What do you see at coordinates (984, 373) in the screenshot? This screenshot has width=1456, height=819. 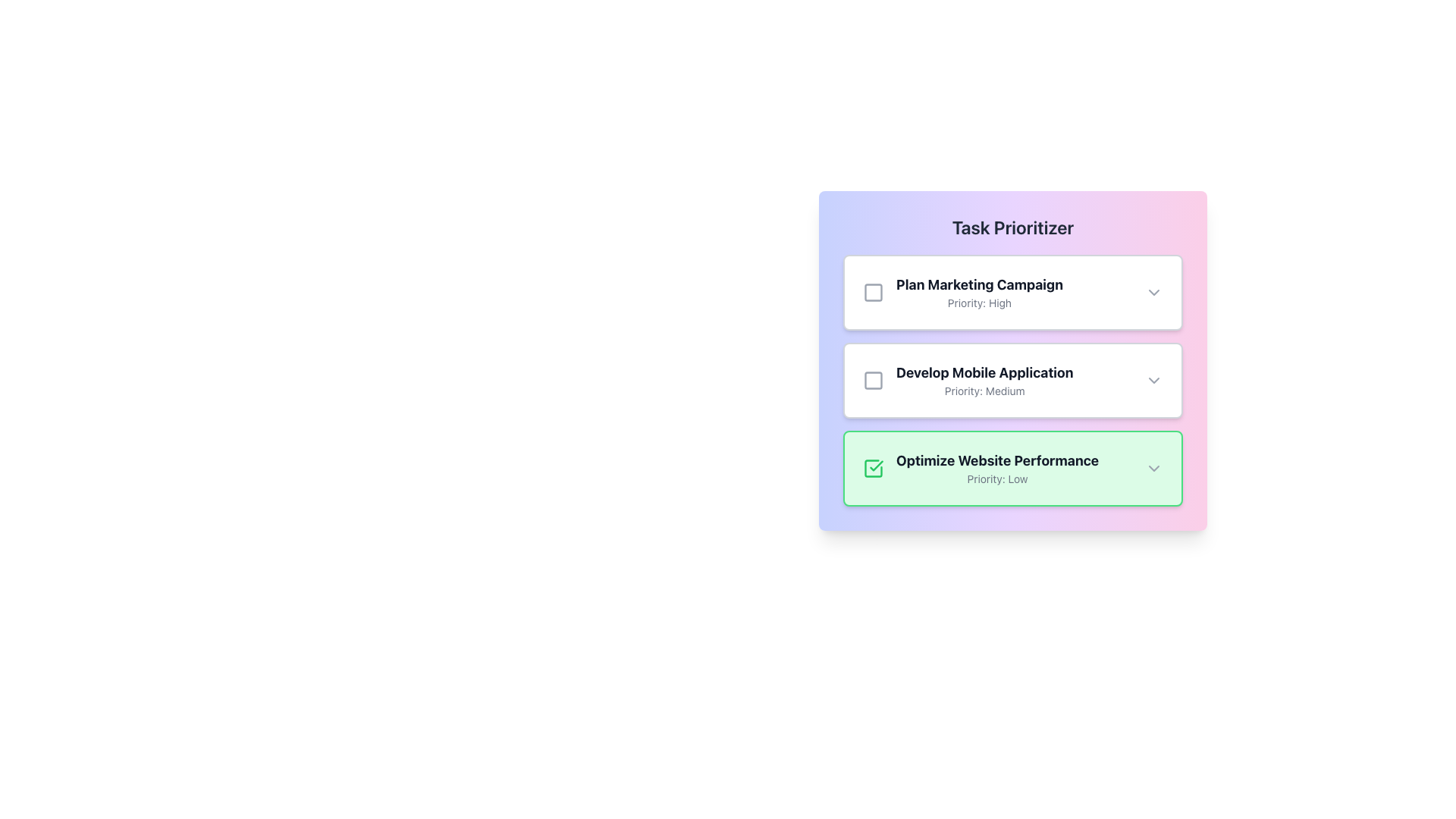 I see `the label that serves as the title of the second task in the task prioritization interface, positioned above 'Priority: Medium' and below 'Plan Marketing Campaign'` at bounding box center [984, 373].